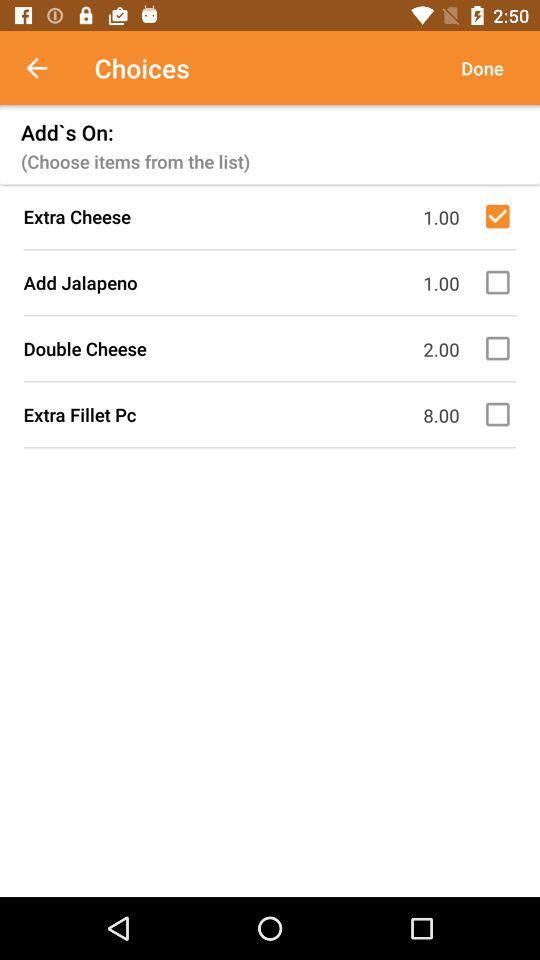  Describe the element at coordinates (500, 216) in the screenshot. I see `object` at that location.